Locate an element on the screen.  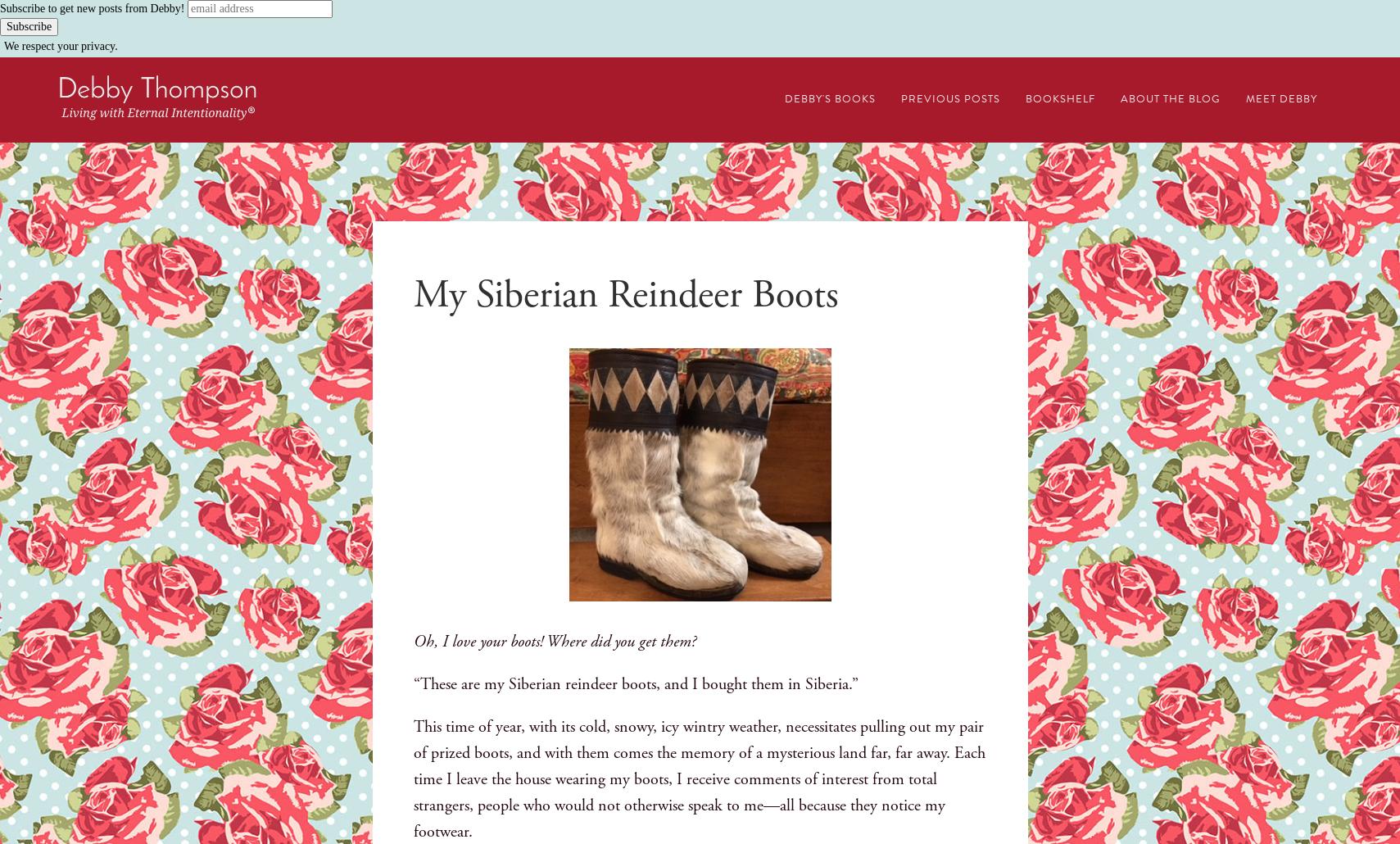
'My Siberian Reindeer Boots' is located at coordinates (624, 294).